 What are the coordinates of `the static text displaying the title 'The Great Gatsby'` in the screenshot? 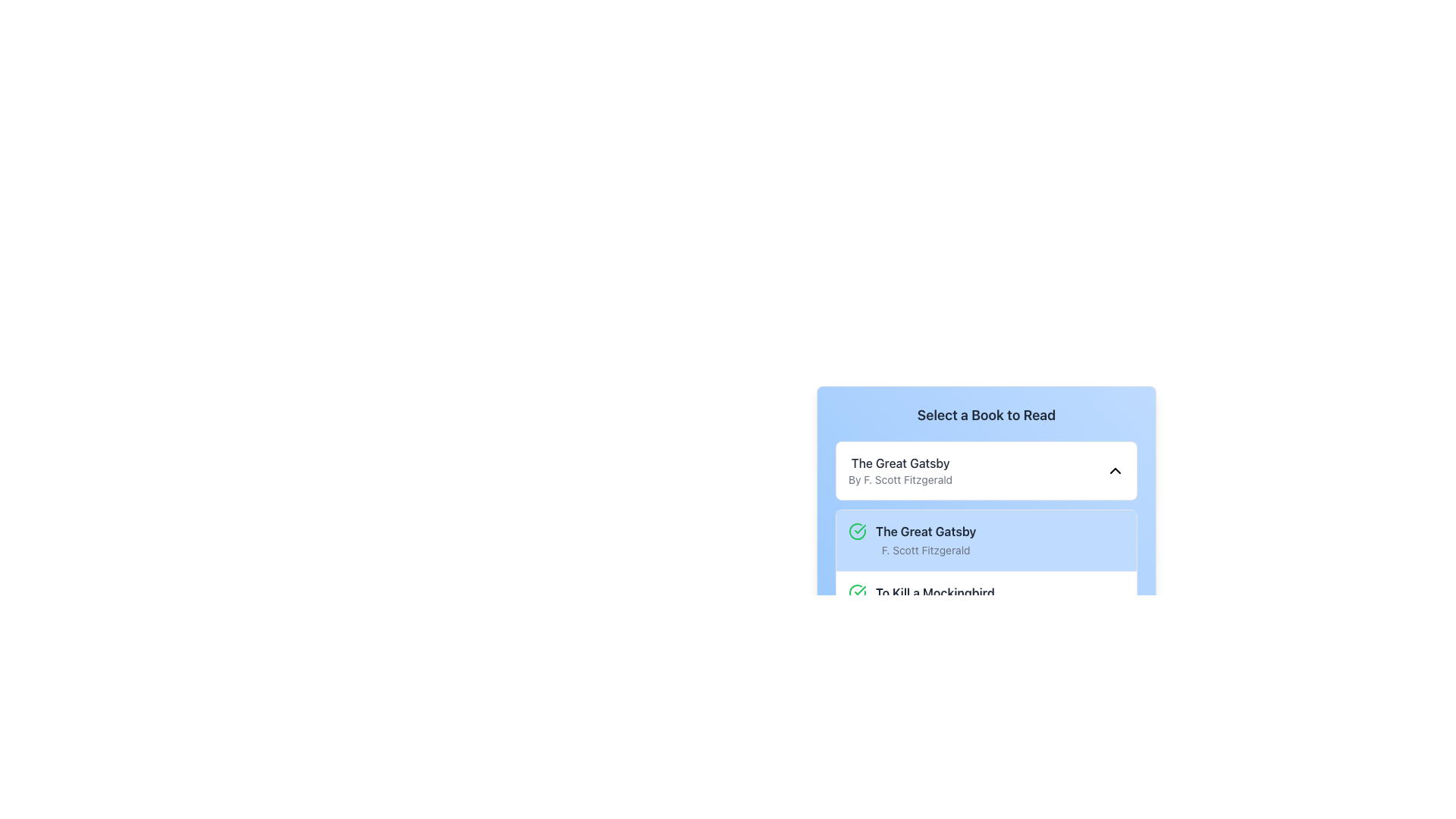 It's located at (925, 531).